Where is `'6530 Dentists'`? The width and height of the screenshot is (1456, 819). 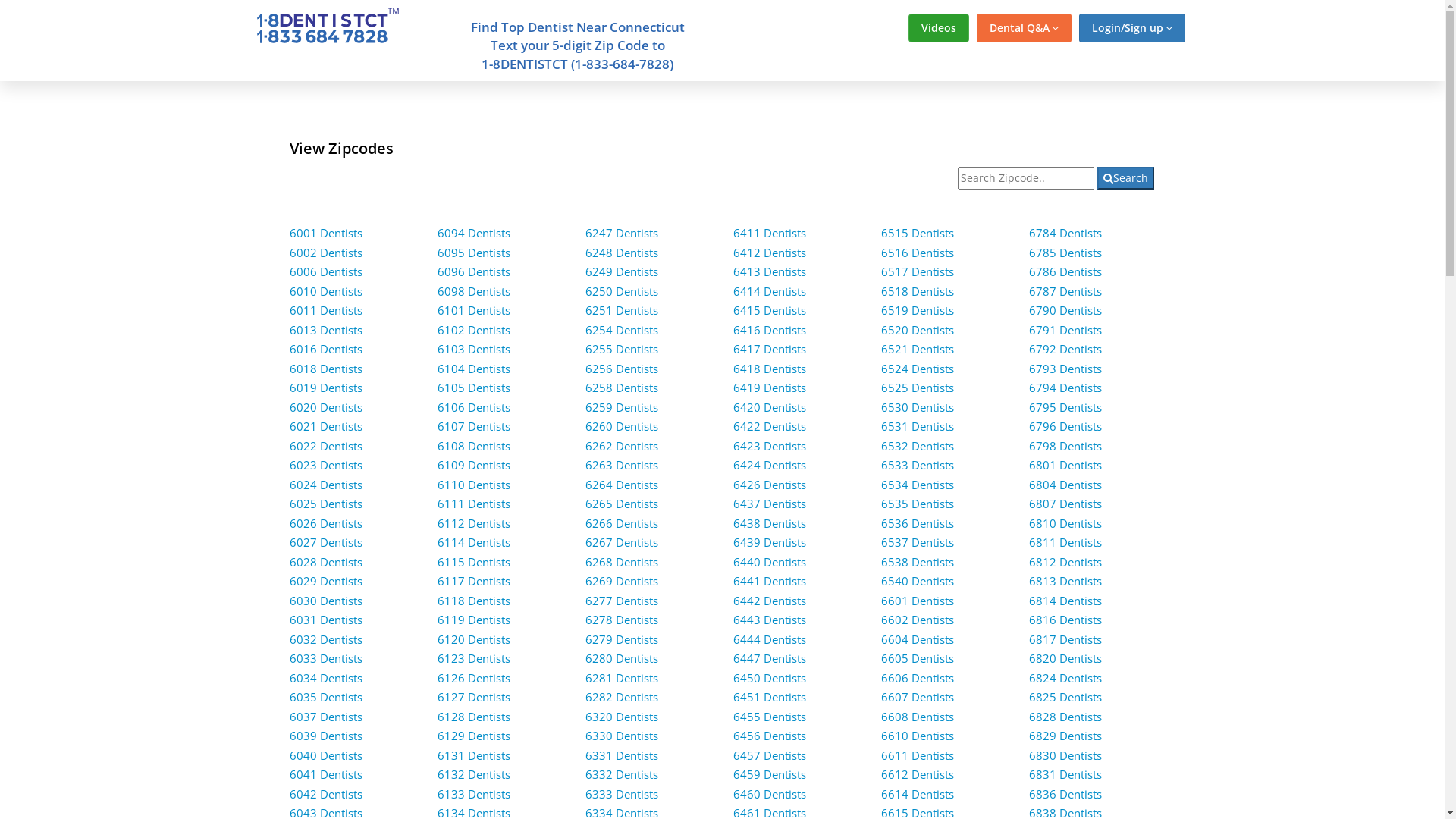
'6530 Dentists' is located at coordinates (916, 406).